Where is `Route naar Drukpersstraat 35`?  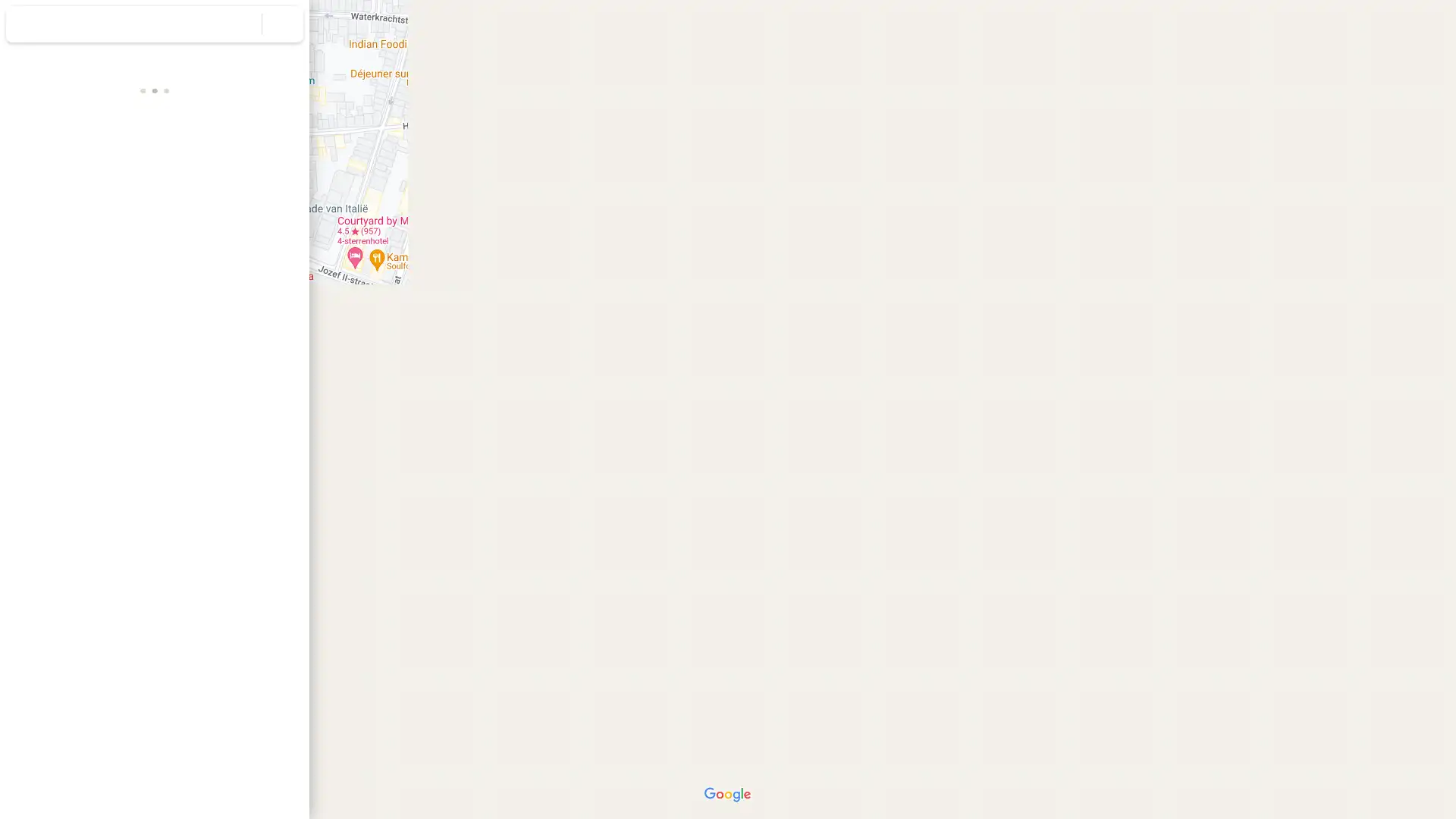 Route naar Drukpersstraat 35 is located at coordinates (43, 259).